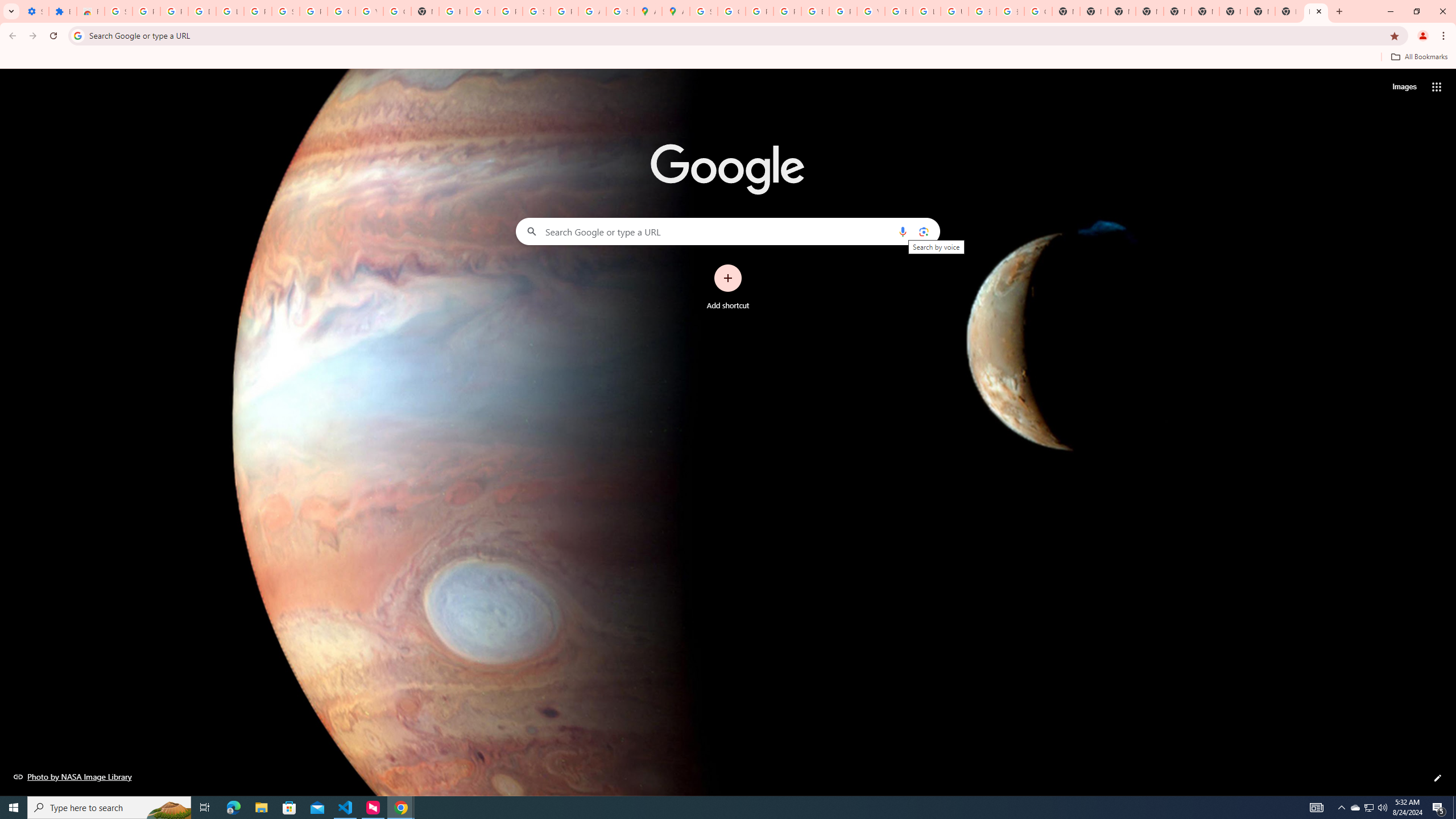 This screenshot has height=819, width=1456. Describe the element at coordinates (229, 11) in the screenshot. I see `'Learn how to find your photos - Google Photos Help'` at that location.